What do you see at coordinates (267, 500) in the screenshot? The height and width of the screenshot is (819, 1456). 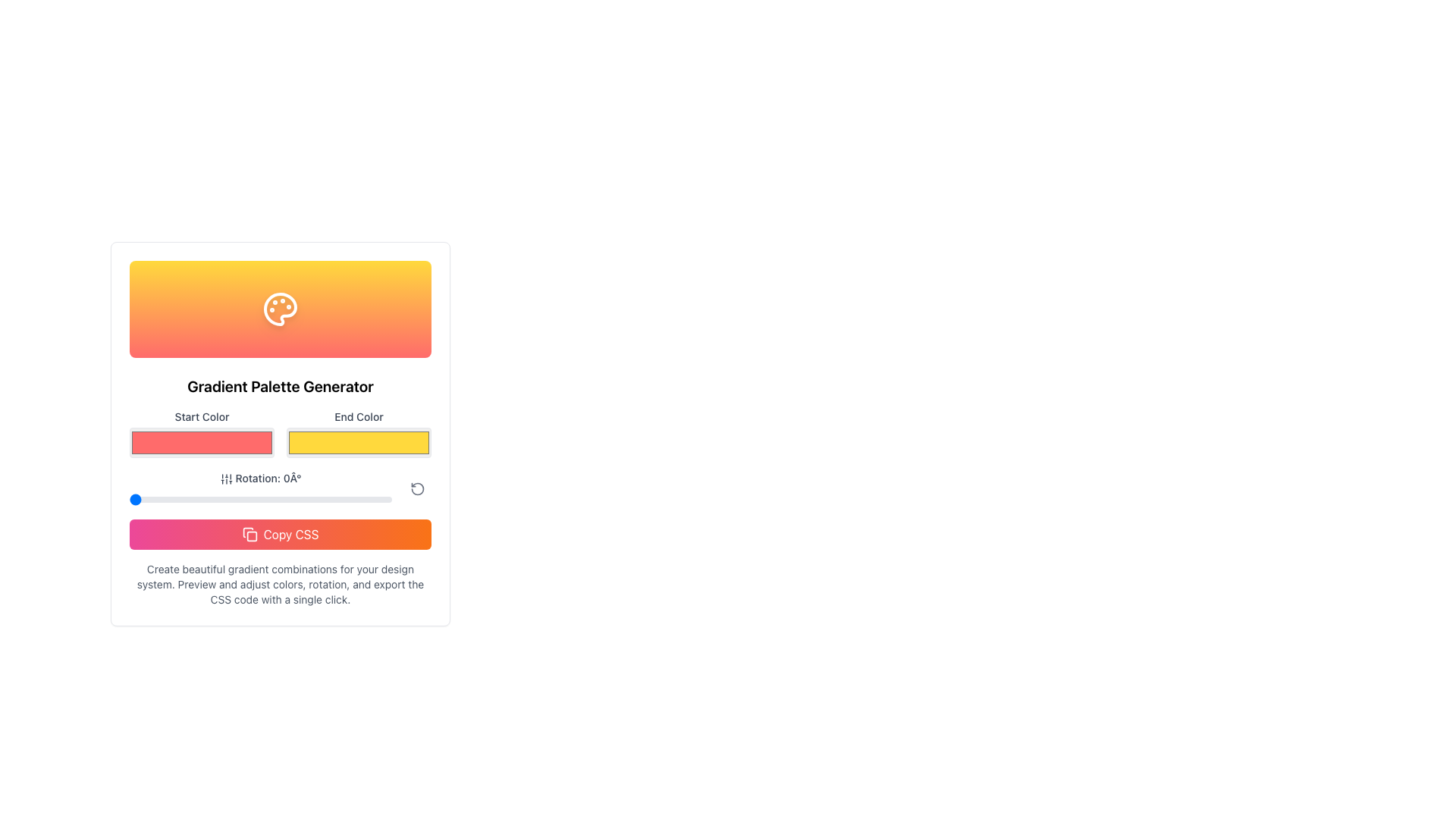 I see `rotation` at bounding box center [267, 500].